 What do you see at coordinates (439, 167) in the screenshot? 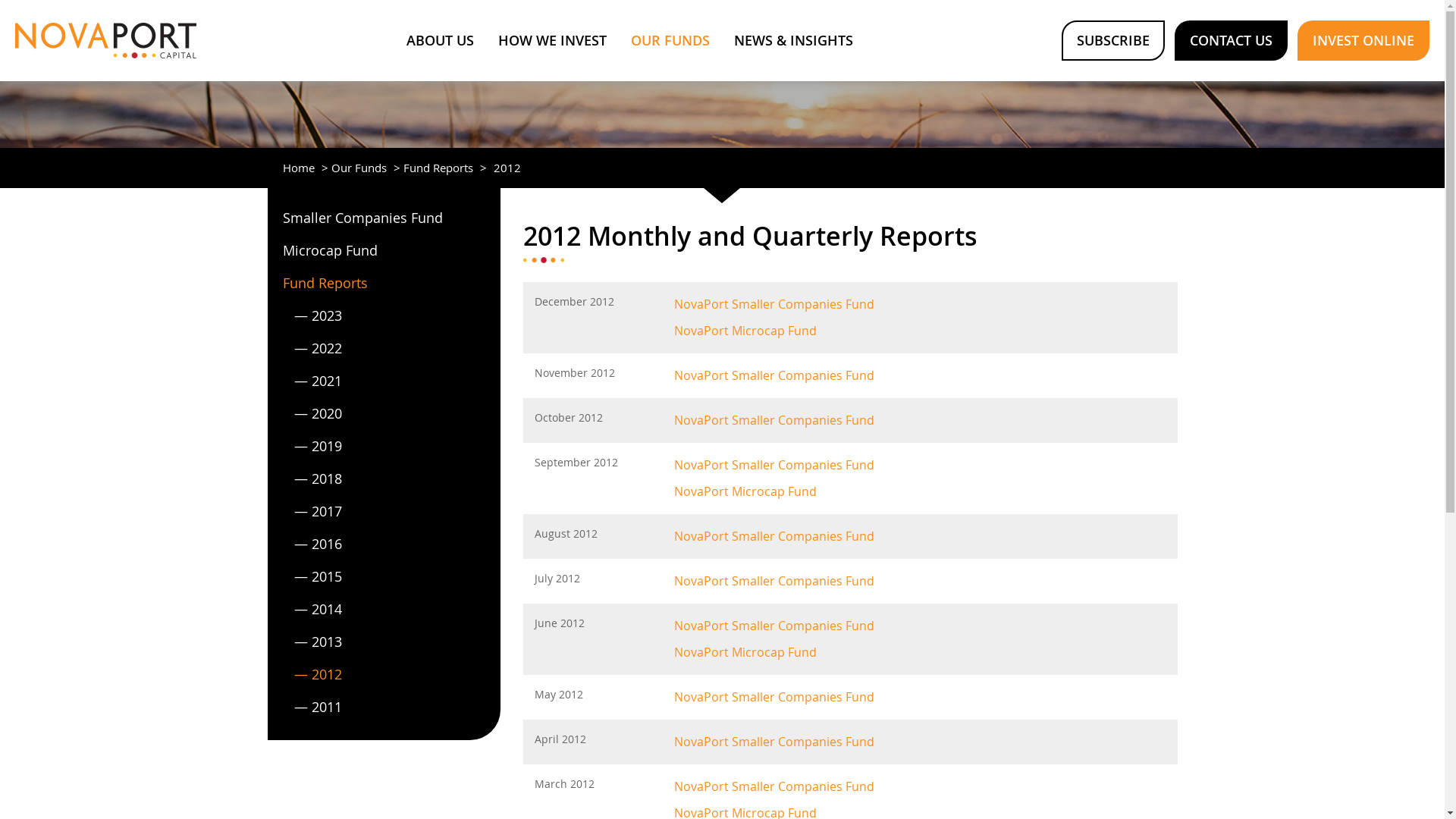
I see `'Fund Reports'` at bounding box center [439, 167].